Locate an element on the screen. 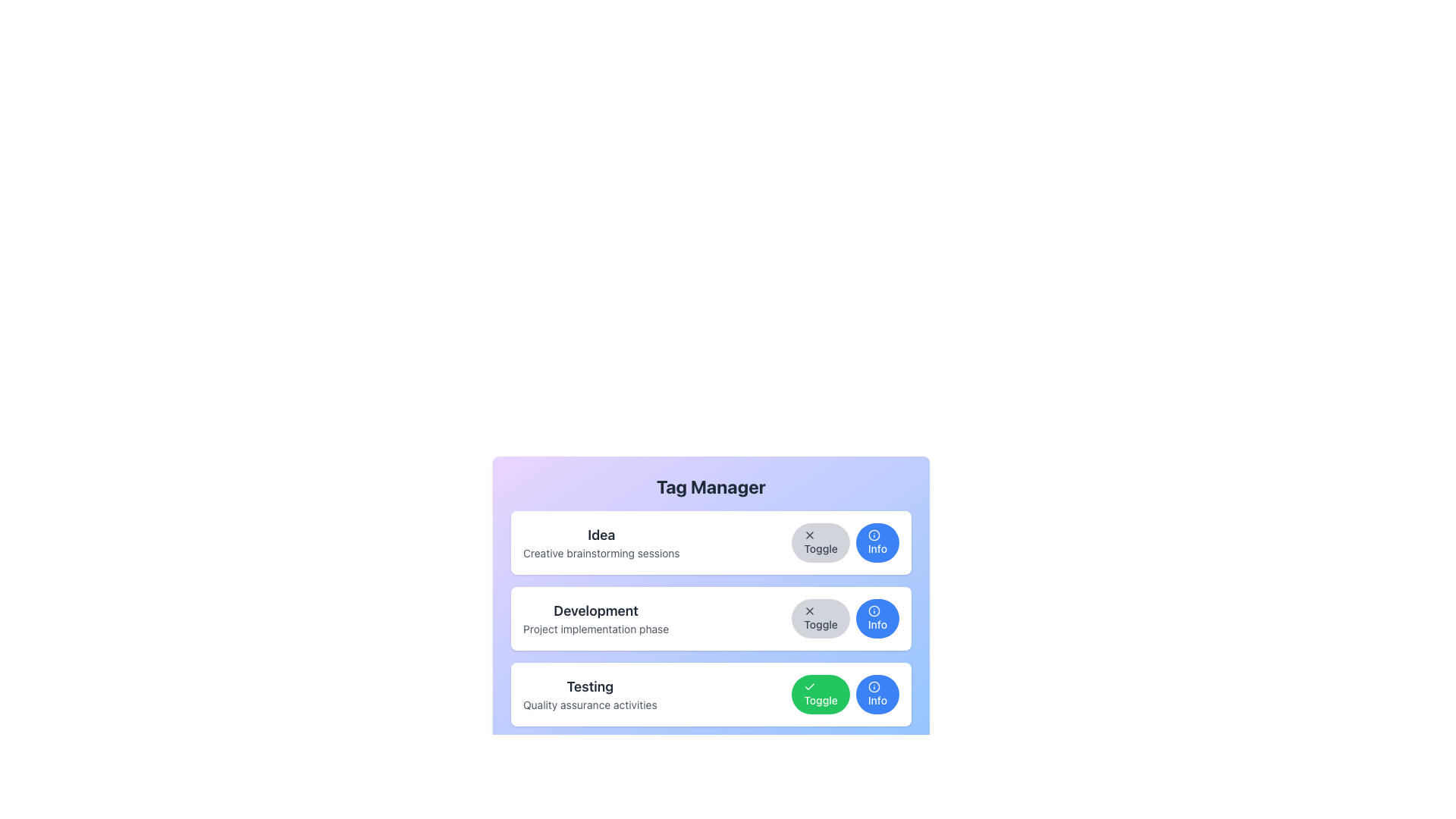 This screenshot has width=1456, height=819. the 'Toggle' button with a gray background and darker gray text, which is the first button in the 'Toggle Info' group within the 'Tag Manager' card is located at coordinates (820, 619).